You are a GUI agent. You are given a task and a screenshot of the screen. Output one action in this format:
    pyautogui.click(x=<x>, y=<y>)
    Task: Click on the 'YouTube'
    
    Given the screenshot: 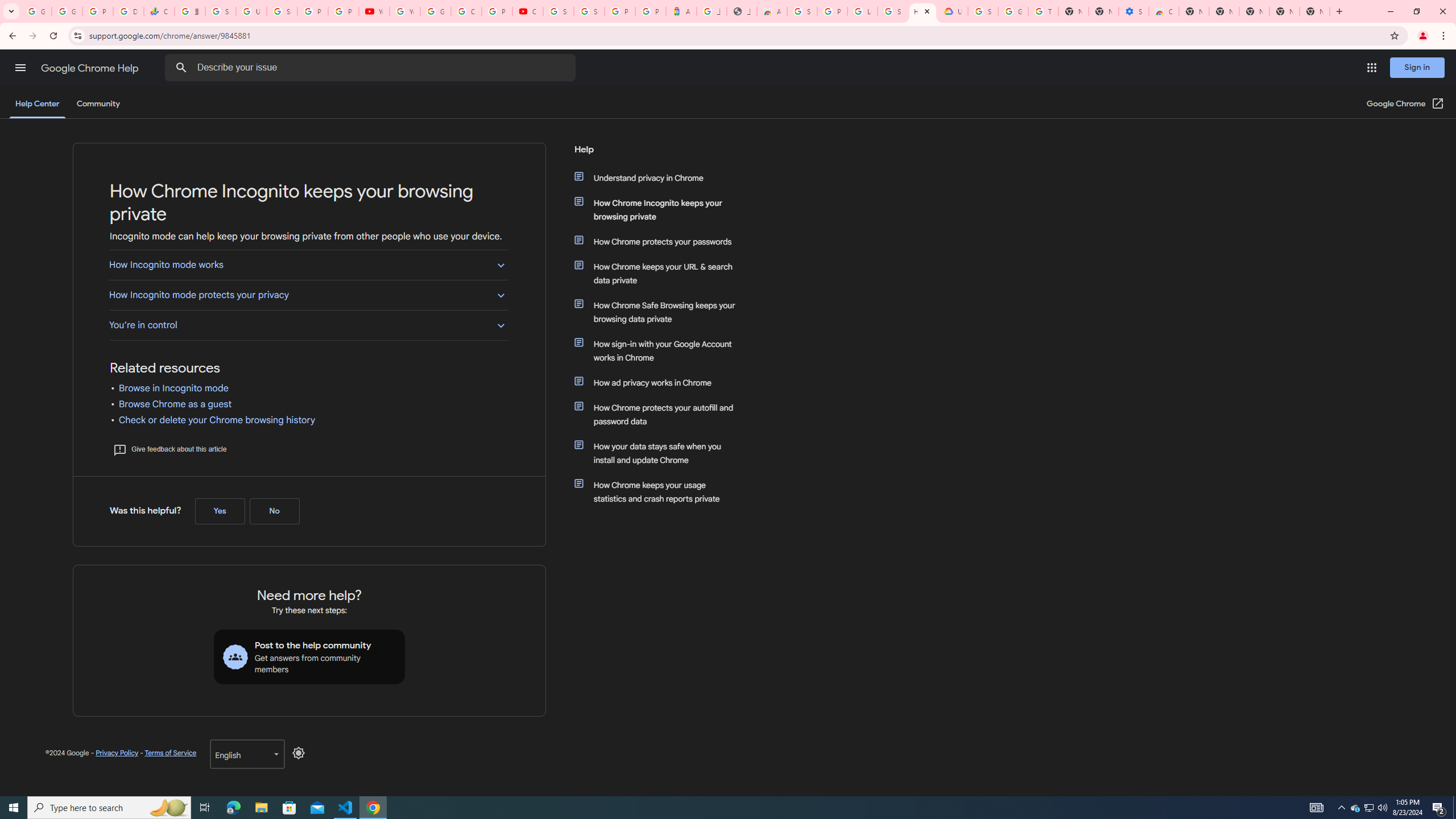 What is the action you would take?
    pyautogui.click(x=404, y=11)
    